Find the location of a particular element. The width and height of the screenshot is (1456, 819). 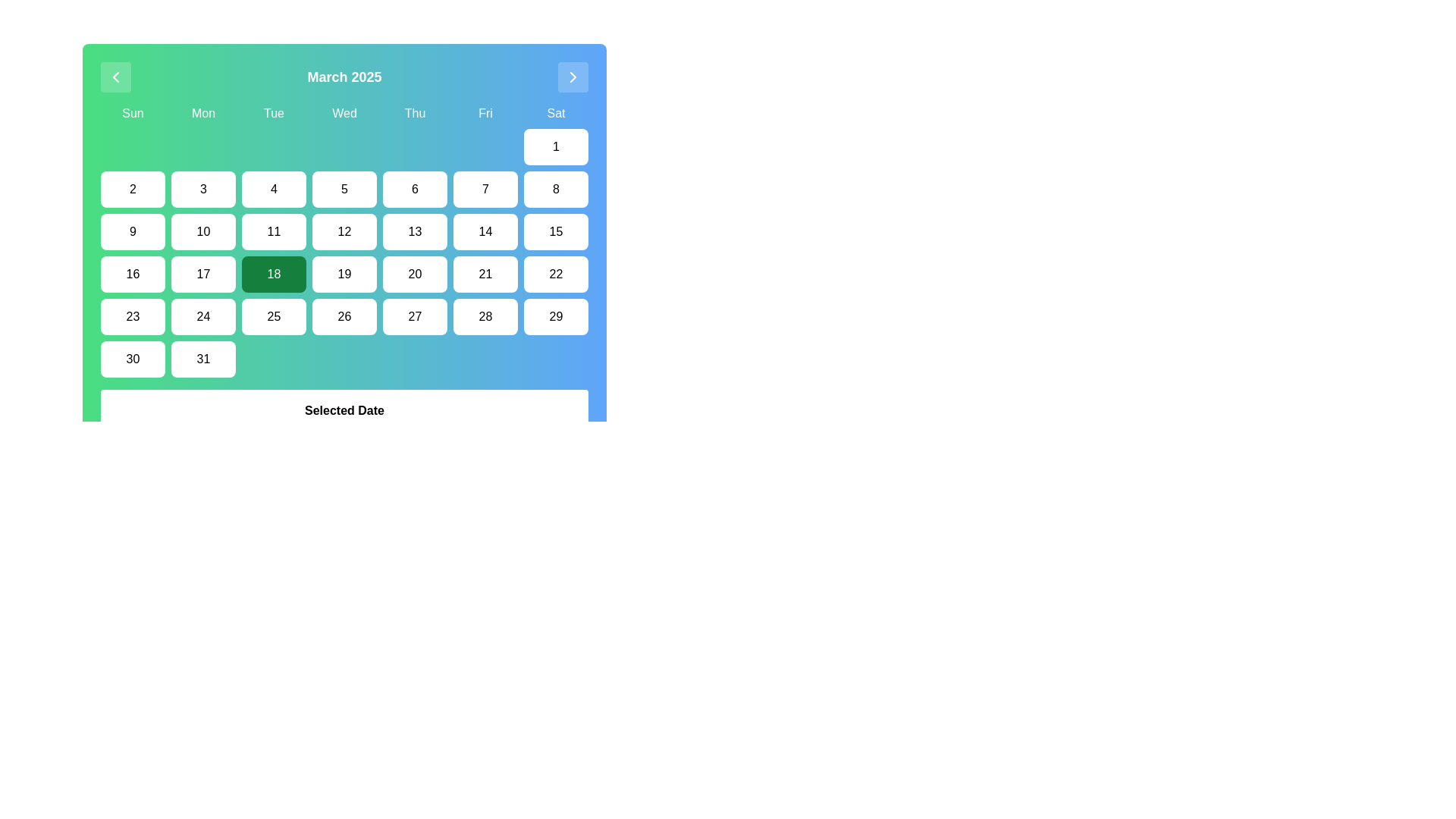

the rectangular button with rounded corners labeled '29' located in the bottom row of the calendar interface under 'Sat' is located at coordinates (555, 315).